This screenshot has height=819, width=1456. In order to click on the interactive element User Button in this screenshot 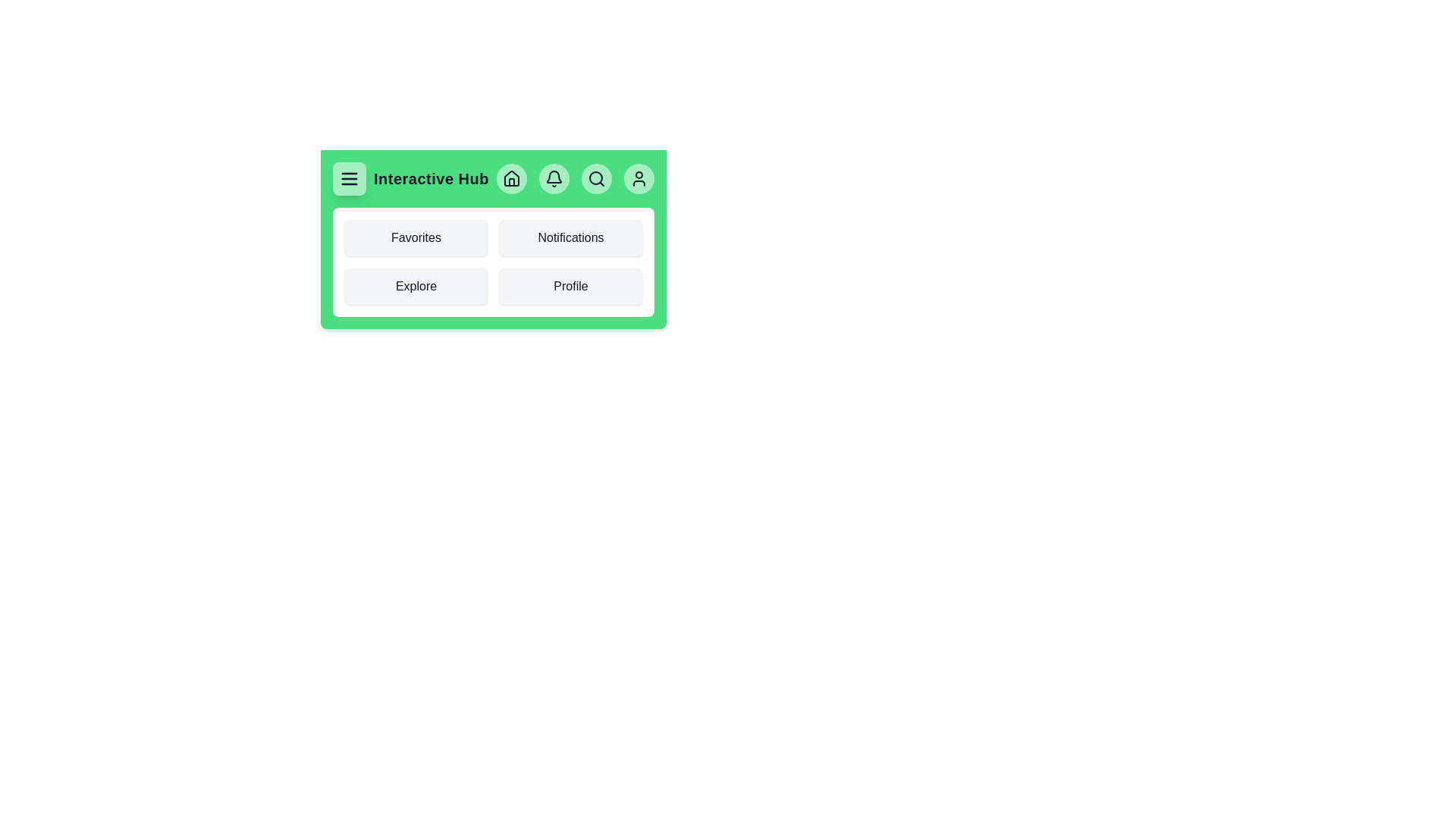, I will do `click(638, 177)`.